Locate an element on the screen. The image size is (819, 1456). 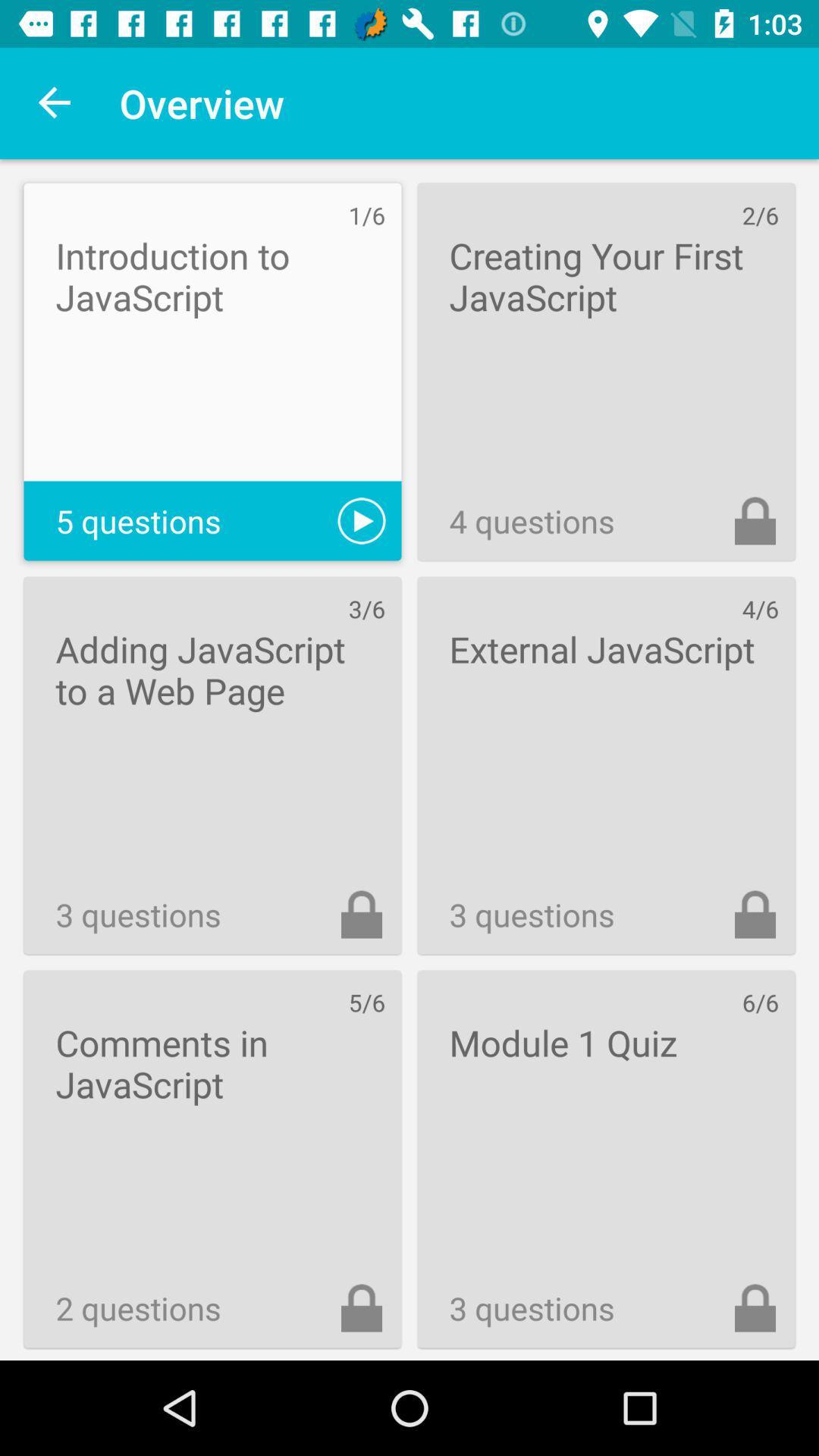
the icon to the left of the overview is located at coordinates (55, 102).